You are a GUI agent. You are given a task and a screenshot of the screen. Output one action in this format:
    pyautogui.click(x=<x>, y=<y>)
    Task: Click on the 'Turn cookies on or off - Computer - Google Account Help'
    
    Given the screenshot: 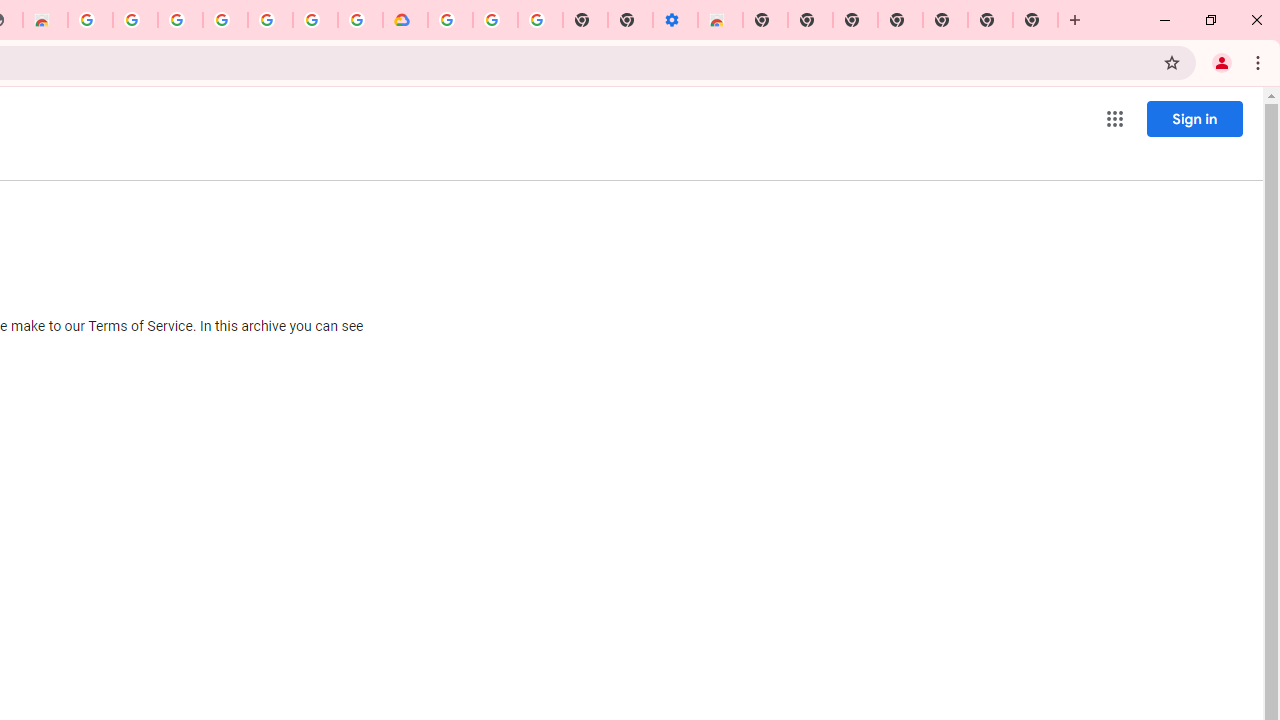 What is the action you would take?
    pyautogui.click(x=540, y=20)
    